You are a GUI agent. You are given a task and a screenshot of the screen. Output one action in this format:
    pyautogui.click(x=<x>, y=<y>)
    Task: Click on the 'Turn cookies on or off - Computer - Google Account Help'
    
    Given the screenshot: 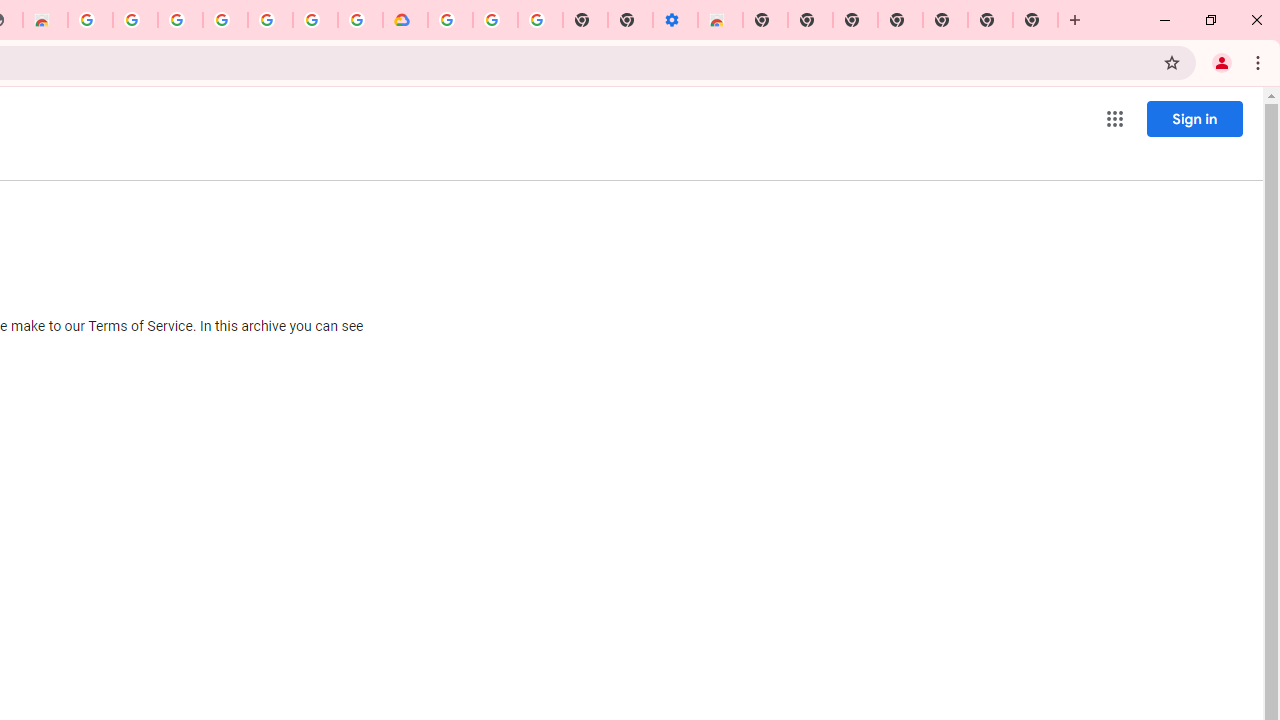 What is the action you would take?
    pyautogui.click(x=540, y=20)
    